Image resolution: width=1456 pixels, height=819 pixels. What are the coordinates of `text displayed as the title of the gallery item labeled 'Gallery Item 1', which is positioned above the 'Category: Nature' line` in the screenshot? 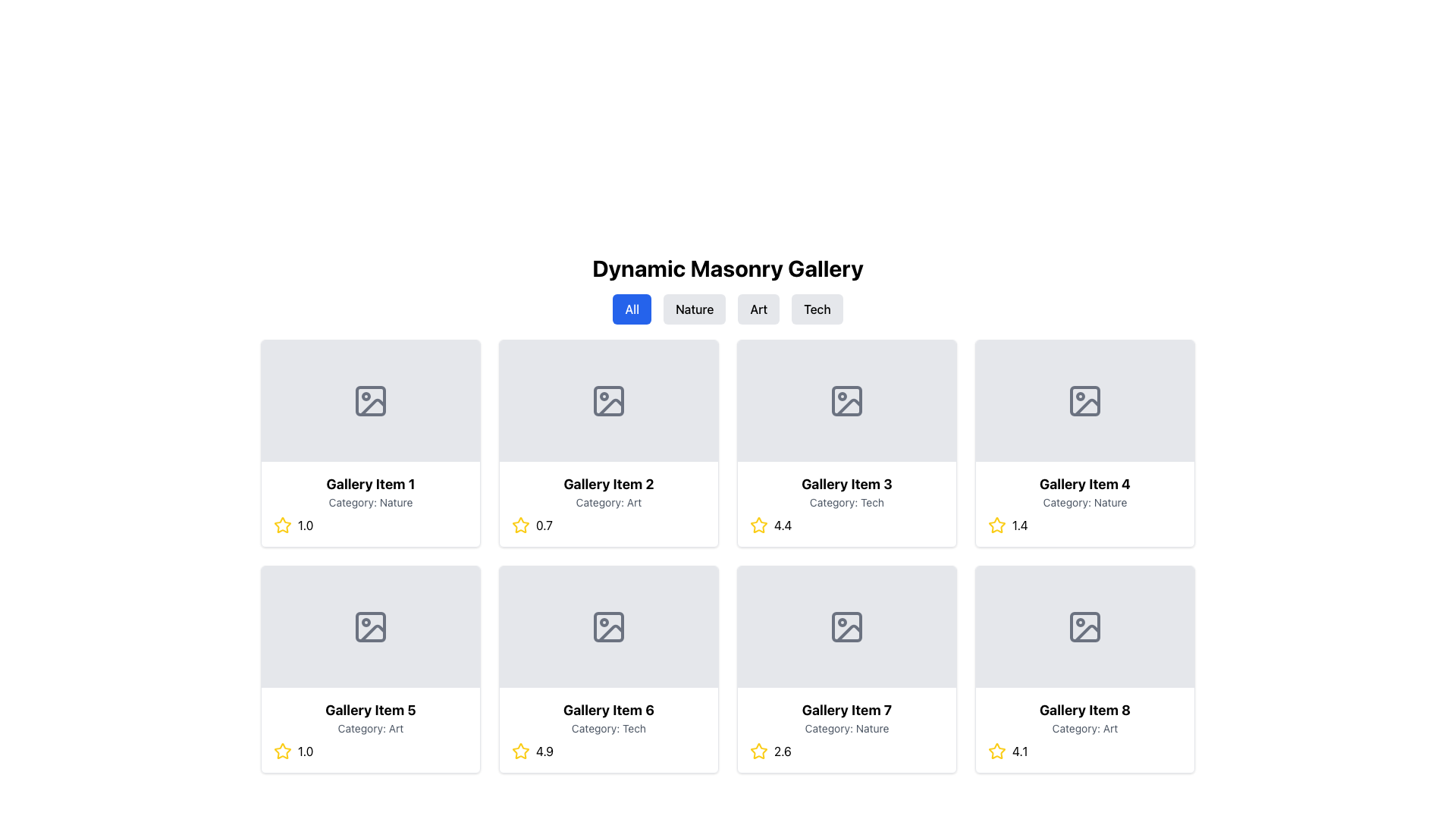 It's located at (371, 485).